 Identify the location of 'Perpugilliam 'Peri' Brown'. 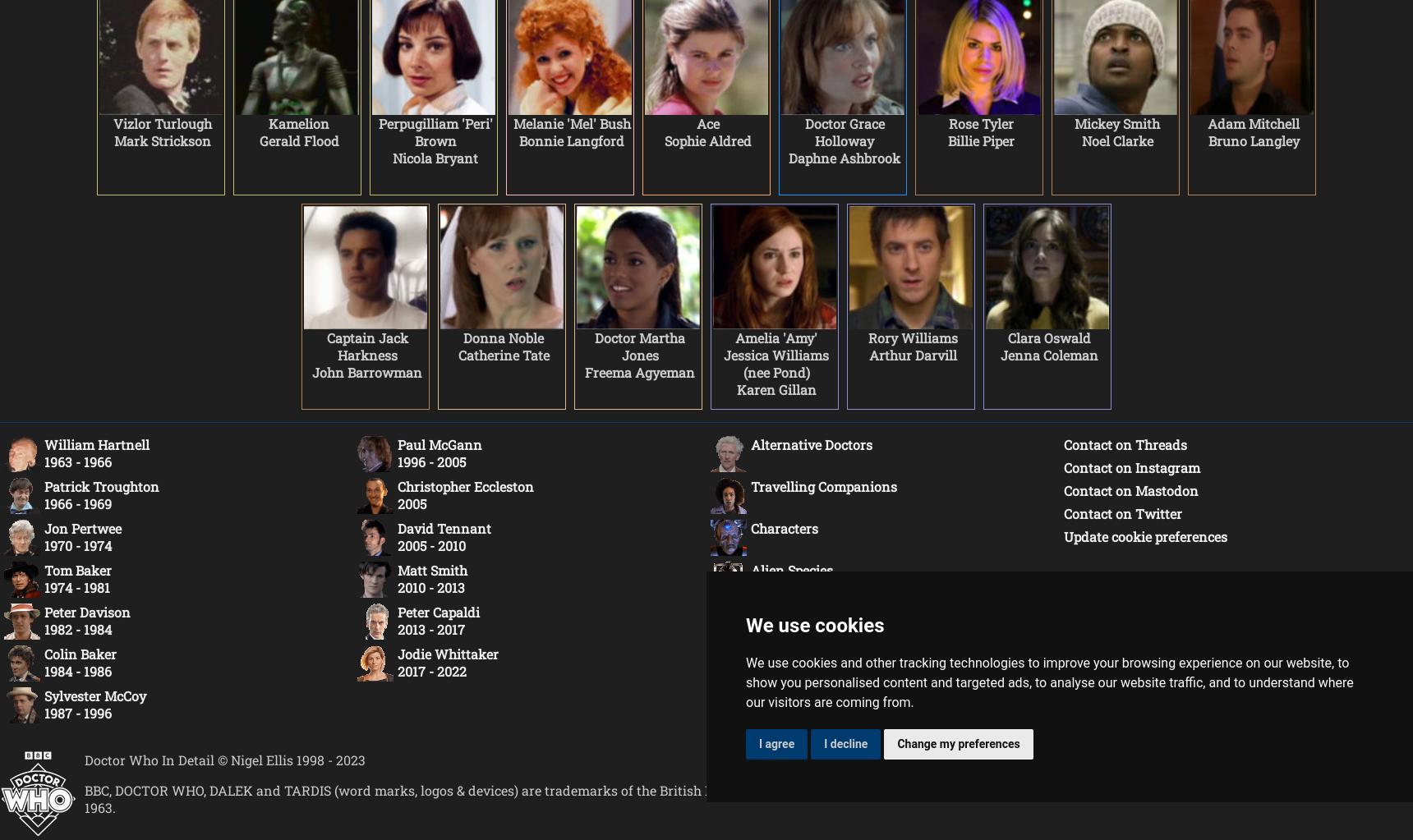
(435, 132).